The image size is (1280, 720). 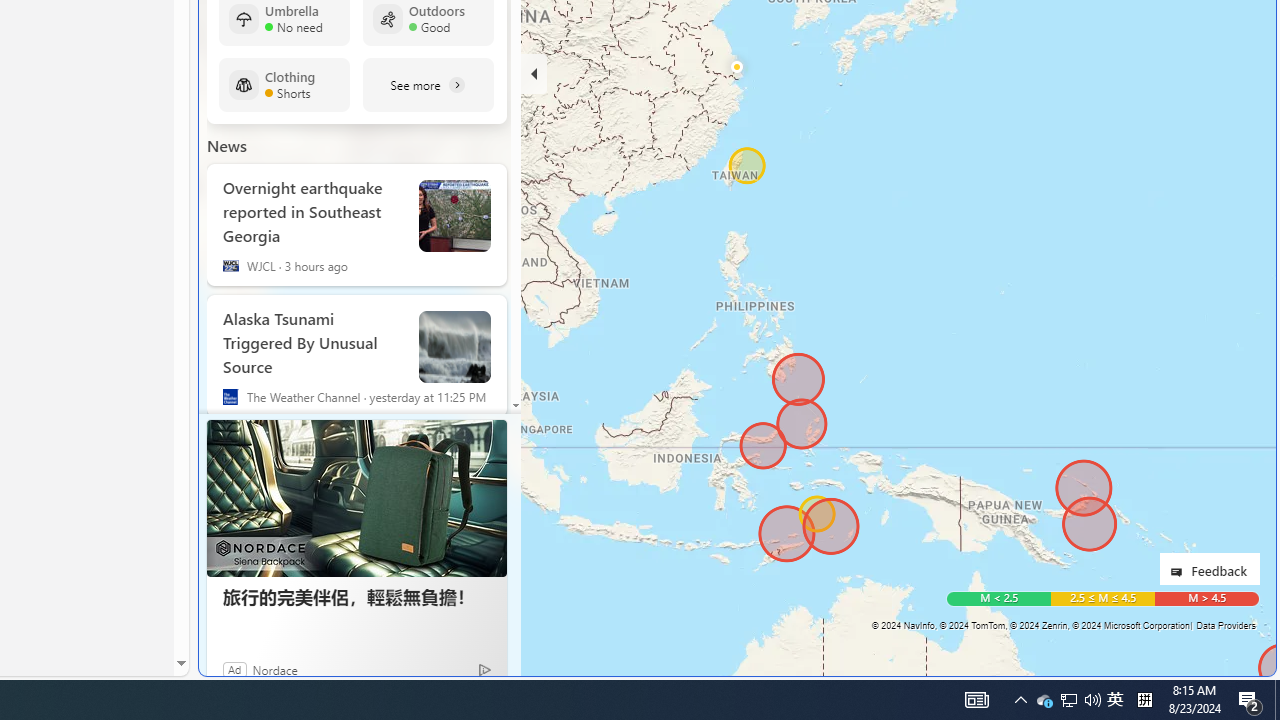 What do you see at coordinates (283, 84) in the screenshot?
I see `'Clothing Shorts'` at bounding box center [283, 84].